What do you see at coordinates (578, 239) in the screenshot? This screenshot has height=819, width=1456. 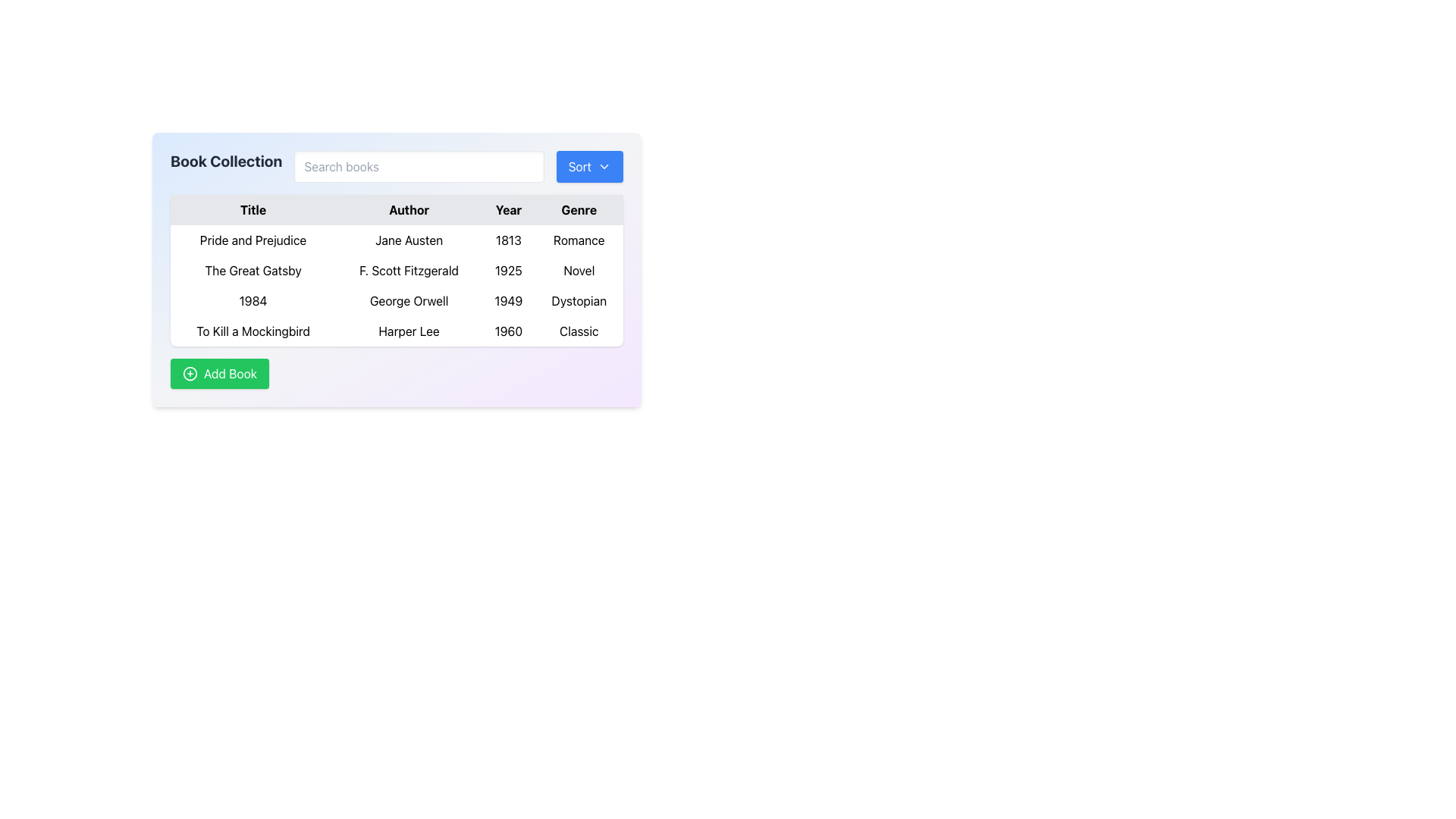 I see `the text label displaying 'Romance' in the fourth column labeled 'Genre' of the first row of a table` at bounding box center [578, 239].